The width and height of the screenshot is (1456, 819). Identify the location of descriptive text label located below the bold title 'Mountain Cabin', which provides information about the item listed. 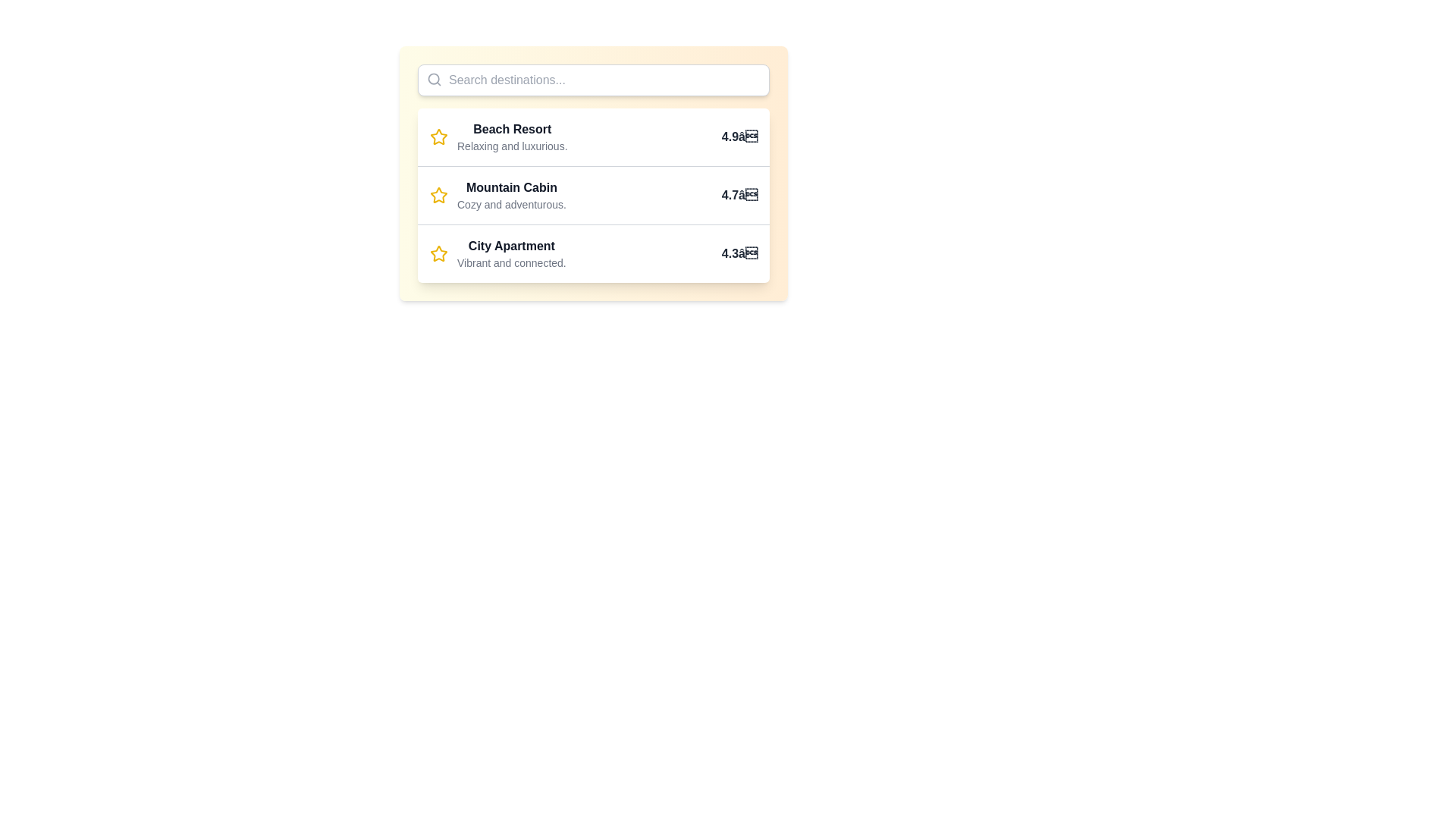
(512, 205).